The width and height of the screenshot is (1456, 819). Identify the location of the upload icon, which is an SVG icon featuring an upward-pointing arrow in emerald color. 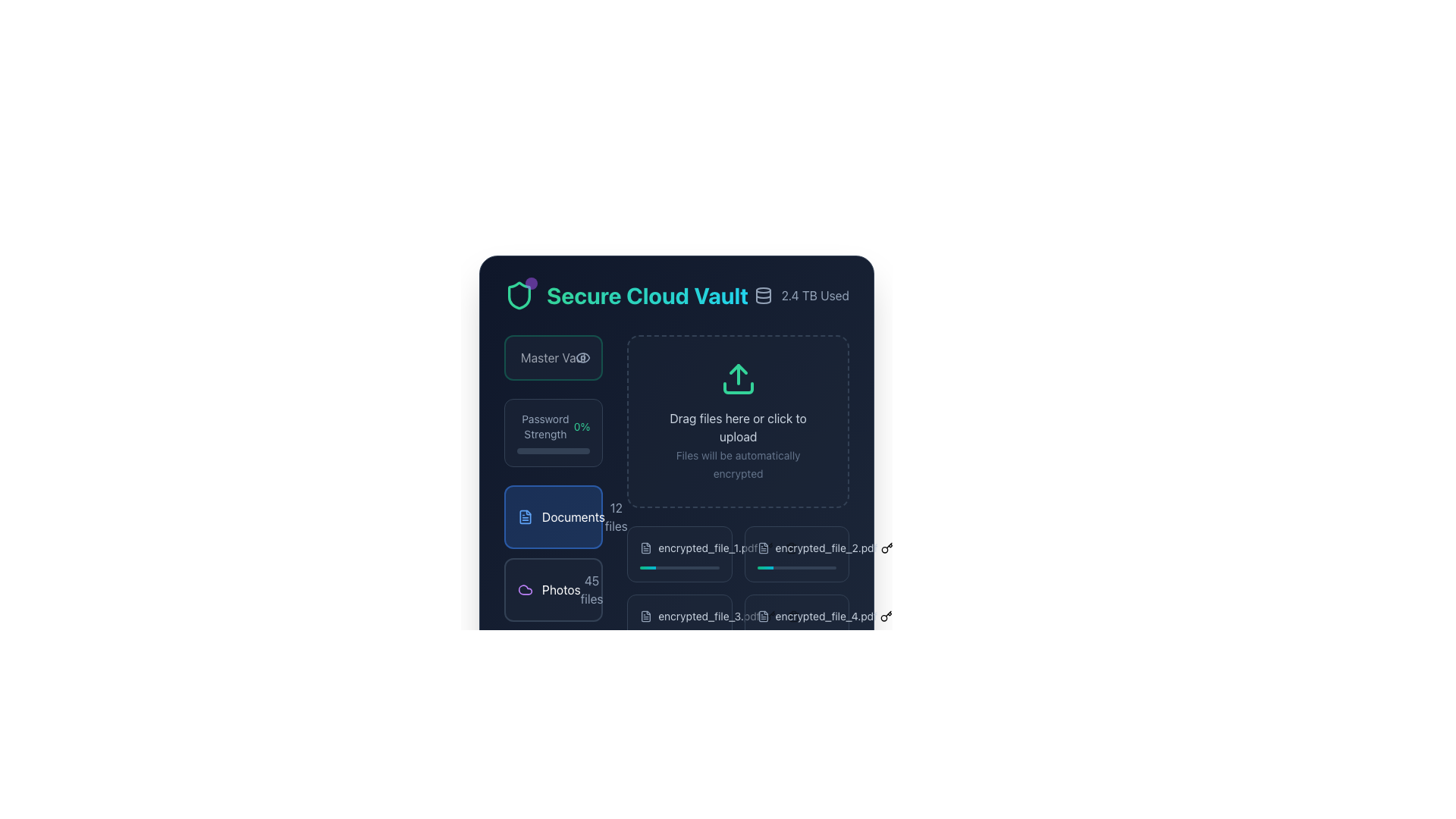
(738, 378).